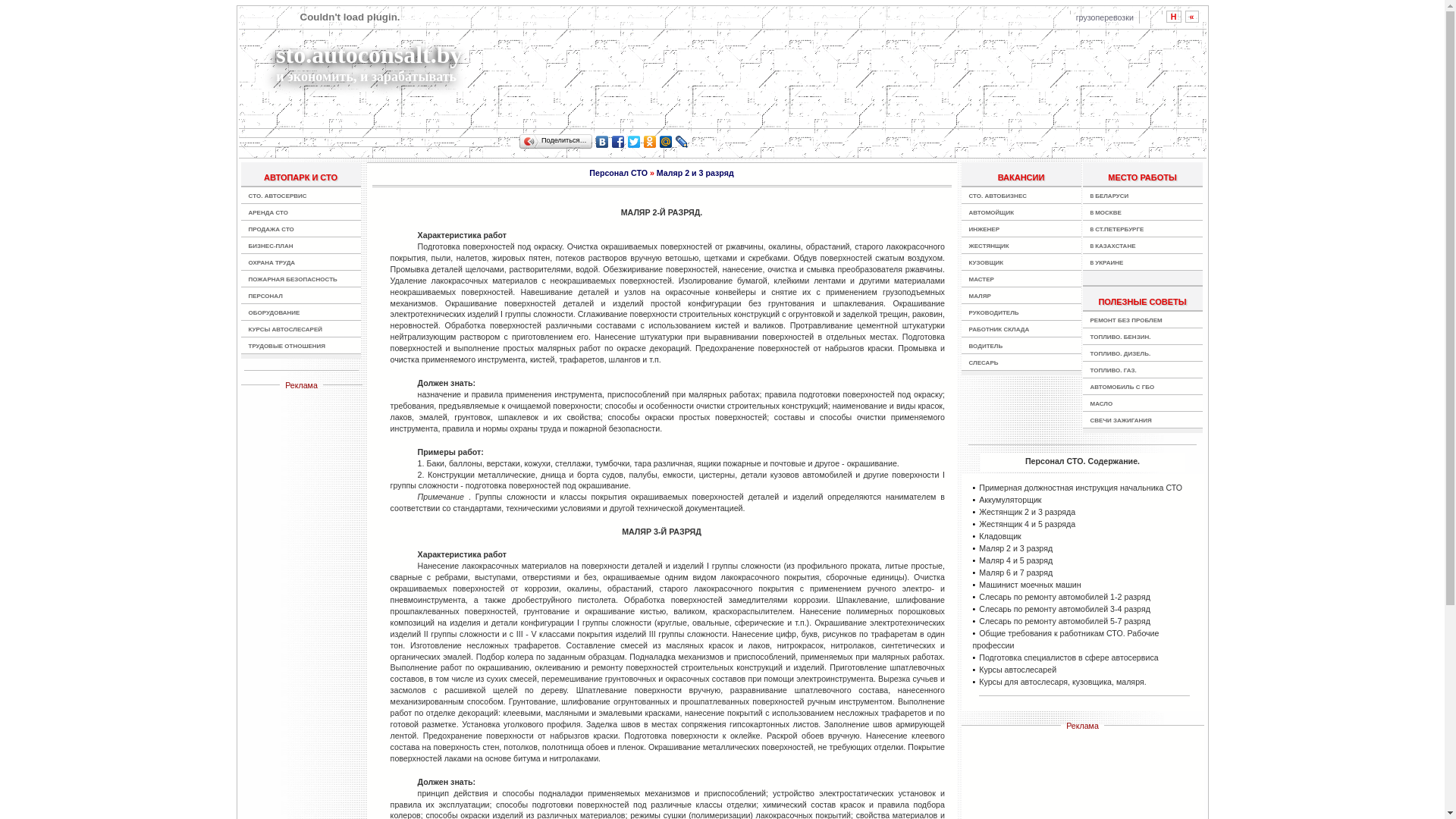 Image resolution: width=1456 pixels, height=819 pixels. Describe the element at coordinates (634, 141) in the screenshot. I see `'Twitter'` at that location.